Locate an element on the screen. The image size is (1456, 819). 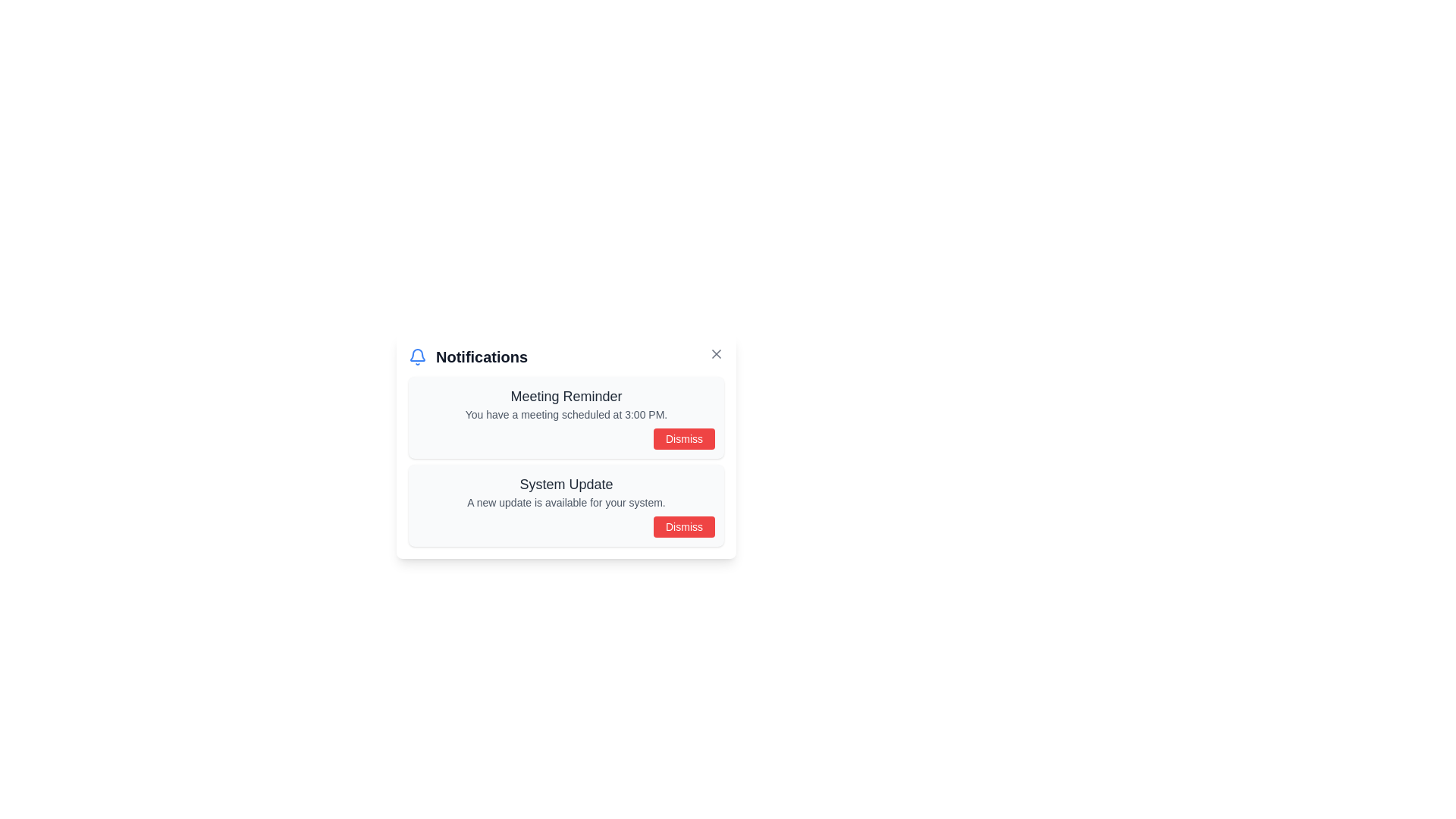
the blue bell icon located to the left of the 'Notifications' heading in the upper-left corner of the Notifications section is located at coordinates (418, 356).